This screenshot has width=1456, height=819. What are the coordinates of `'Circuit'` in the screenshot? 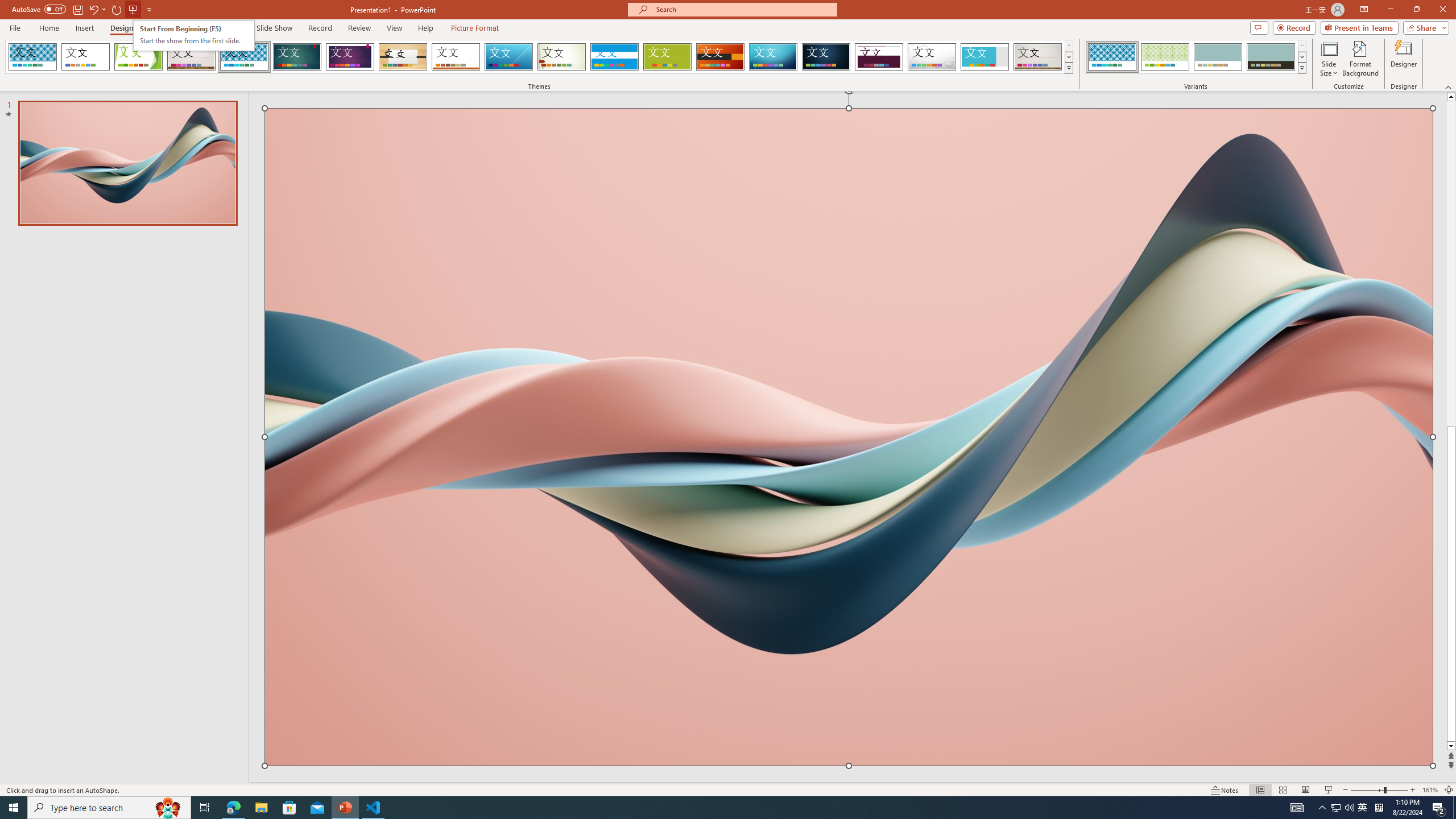 It's located at (772, 56).